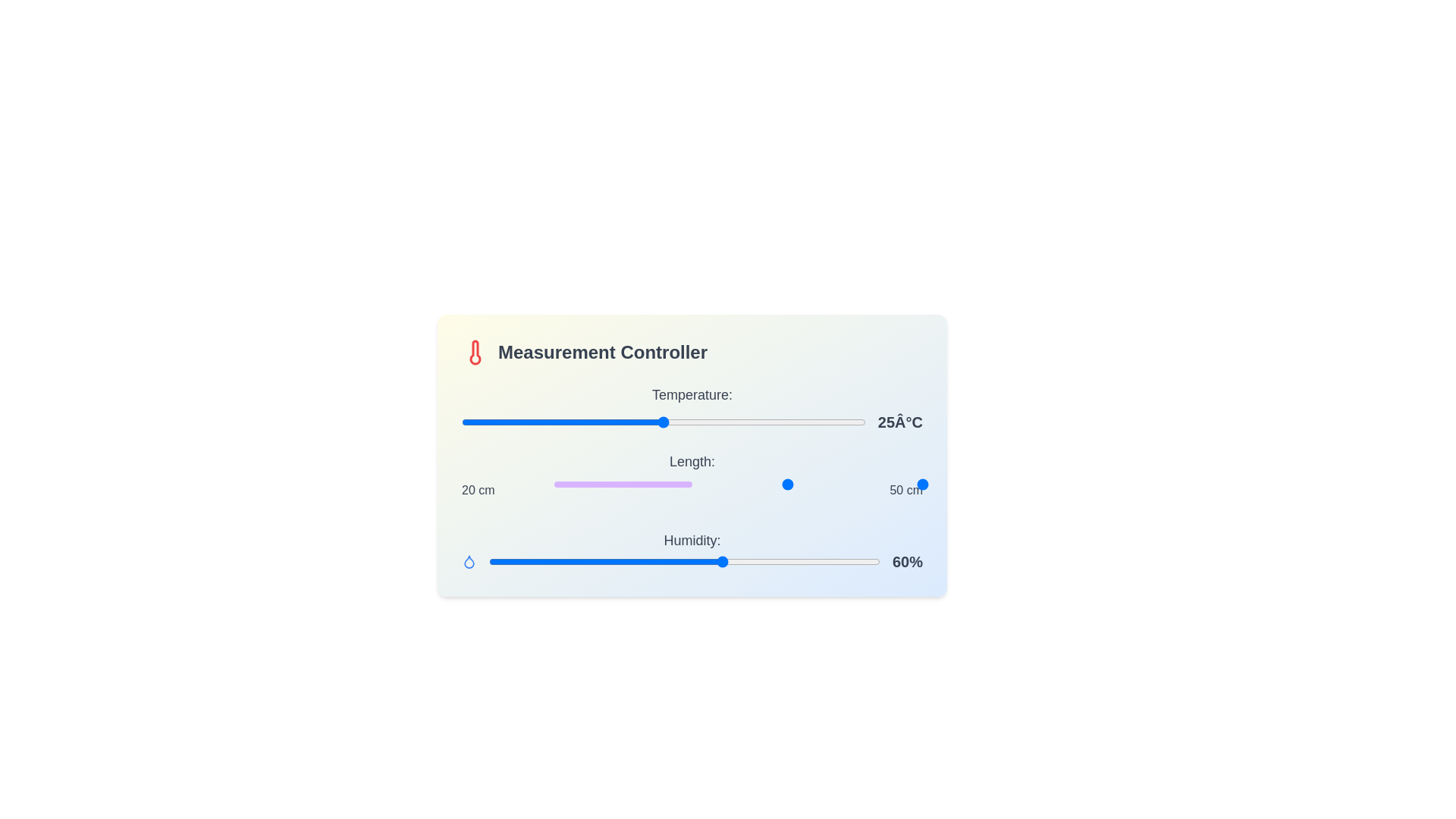 The height and width of the screenshot is (819, 1456). Describe the element at coordinates (799, 485) in the screenshot. I see `the length` at that location.